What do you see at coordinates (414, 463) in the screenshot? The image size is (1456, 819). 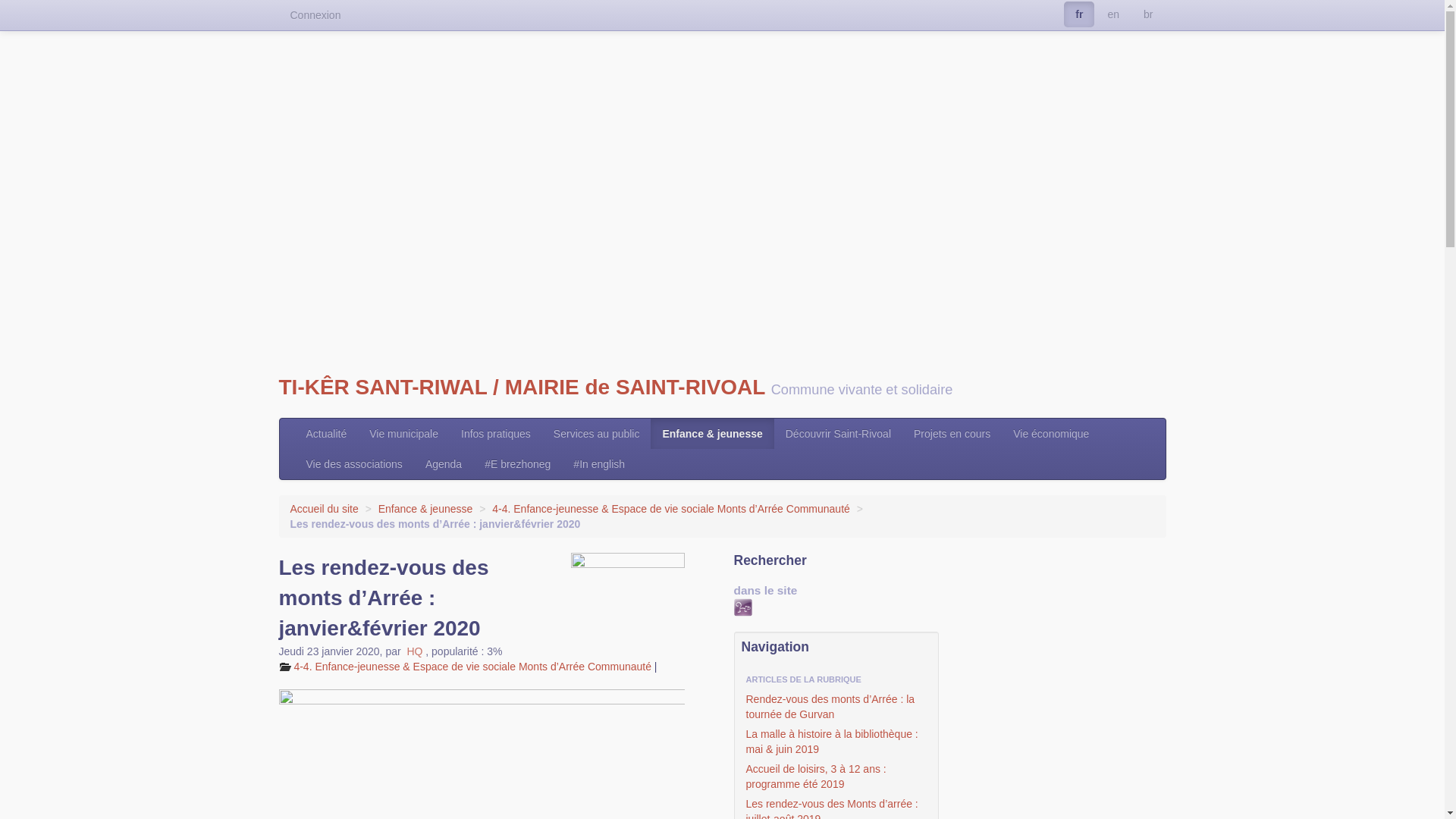 I see `'Agenda'` at bounding box center [414, 463].